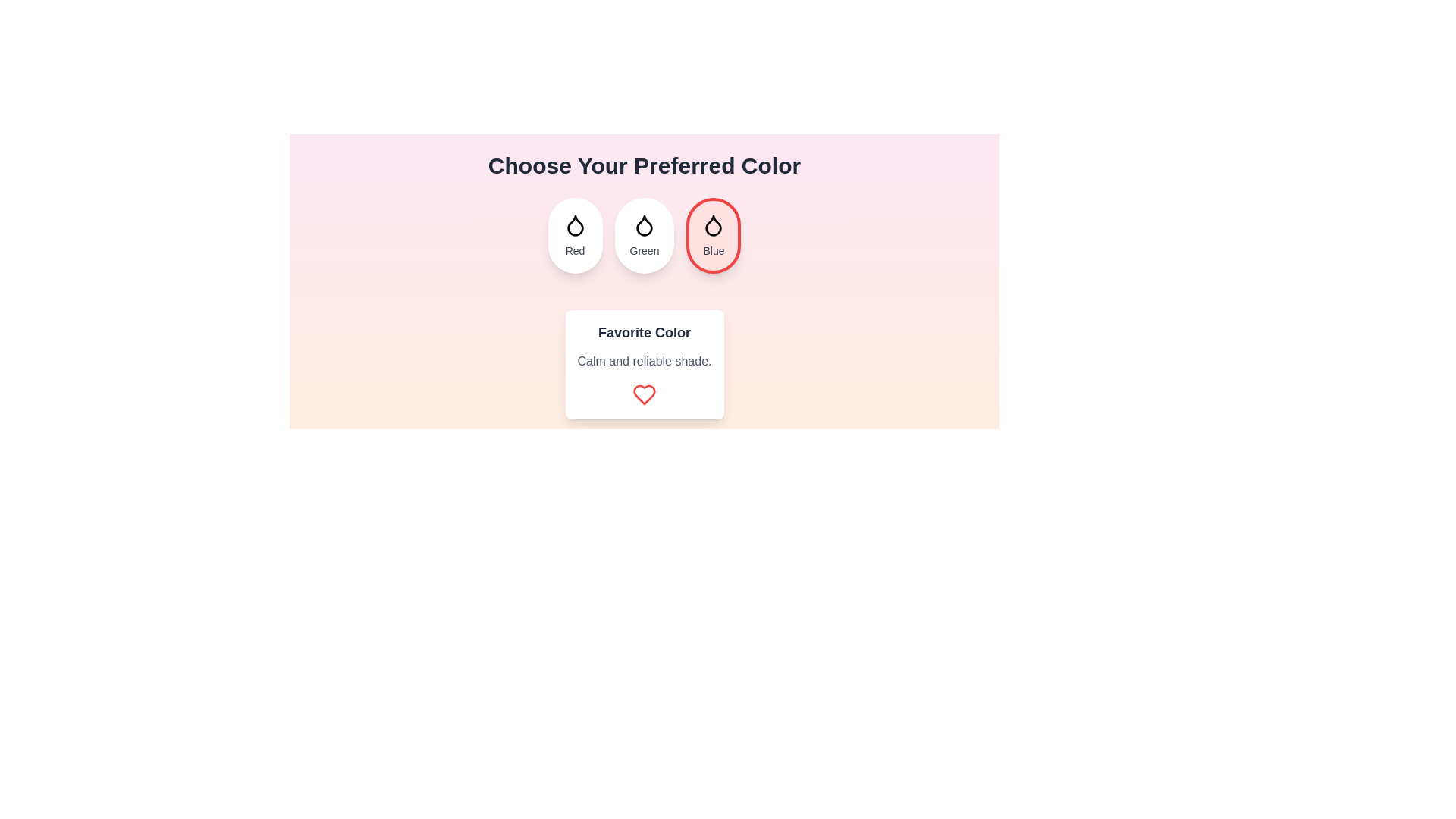 This screenshot has height=819, width=1456. Describe the element at coordinates (644, 394) in the screenshot. I see `the heart icon to interact with it` at that location.